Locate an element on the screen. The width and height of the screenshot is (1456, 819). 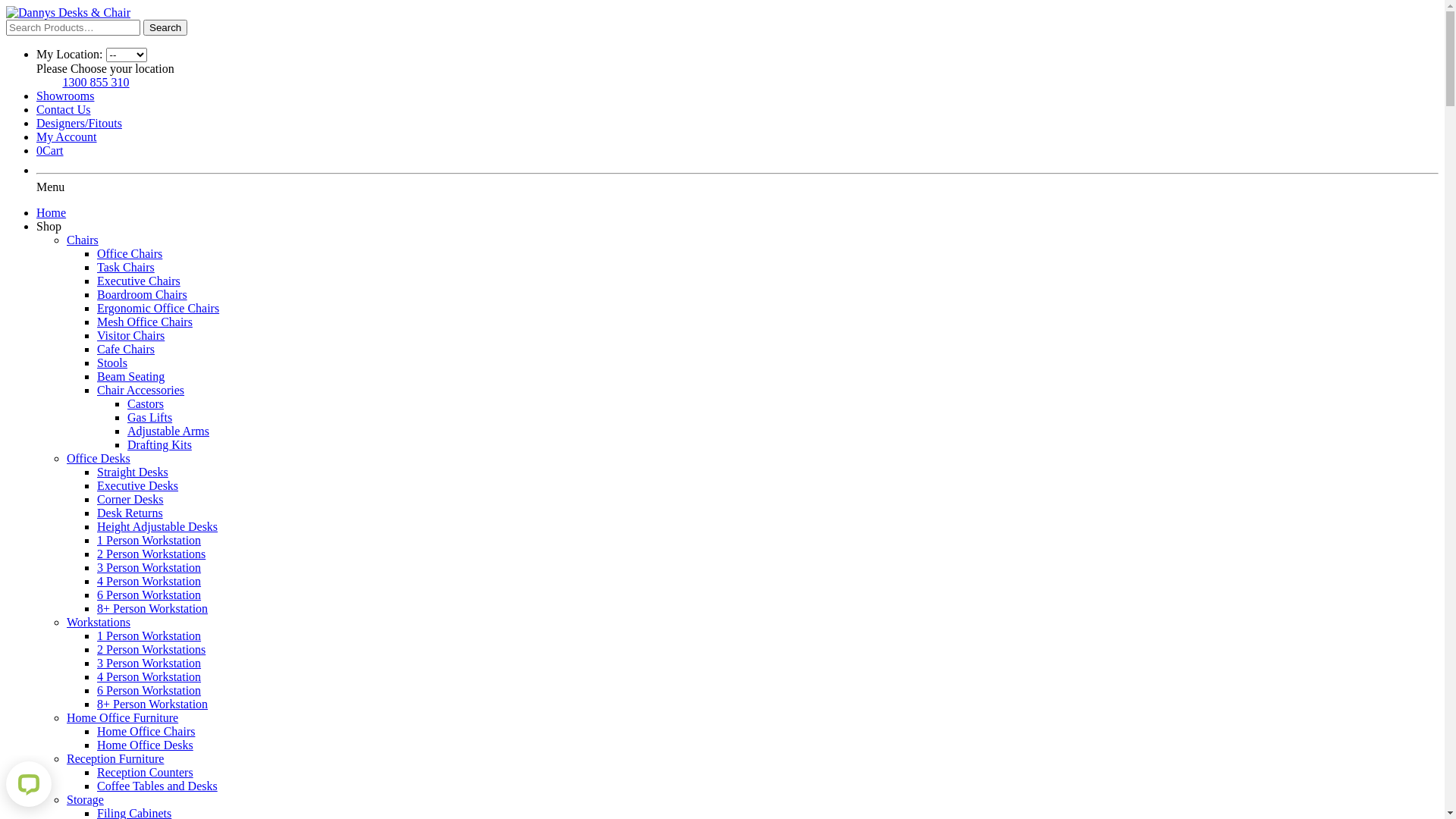
'Office Desks' is located at coordinates (97, 457).